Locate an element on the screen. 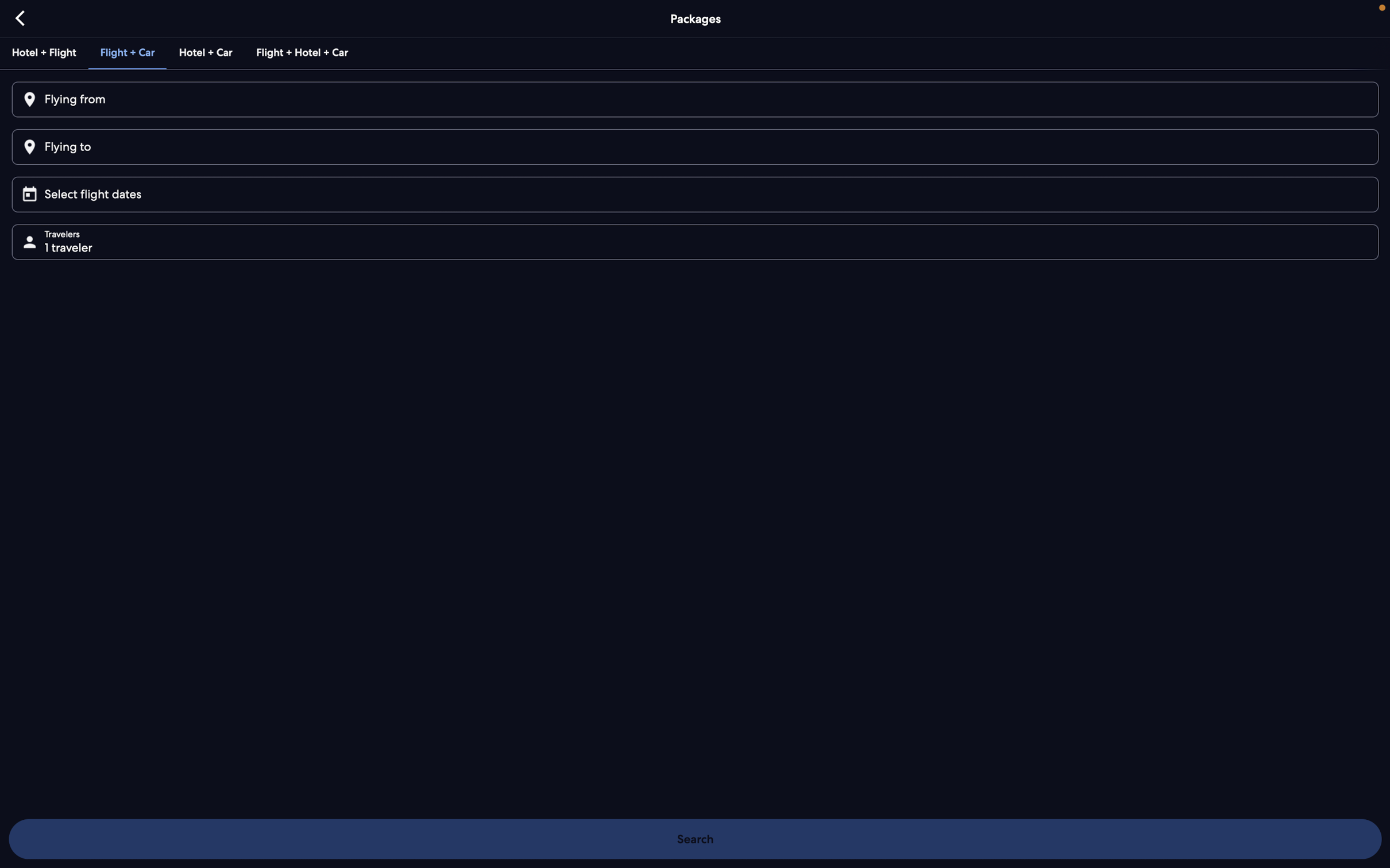 This screenshot has height=868, width=1390. the option for a flight, hotel and car package is located at coordinates (300, 52).